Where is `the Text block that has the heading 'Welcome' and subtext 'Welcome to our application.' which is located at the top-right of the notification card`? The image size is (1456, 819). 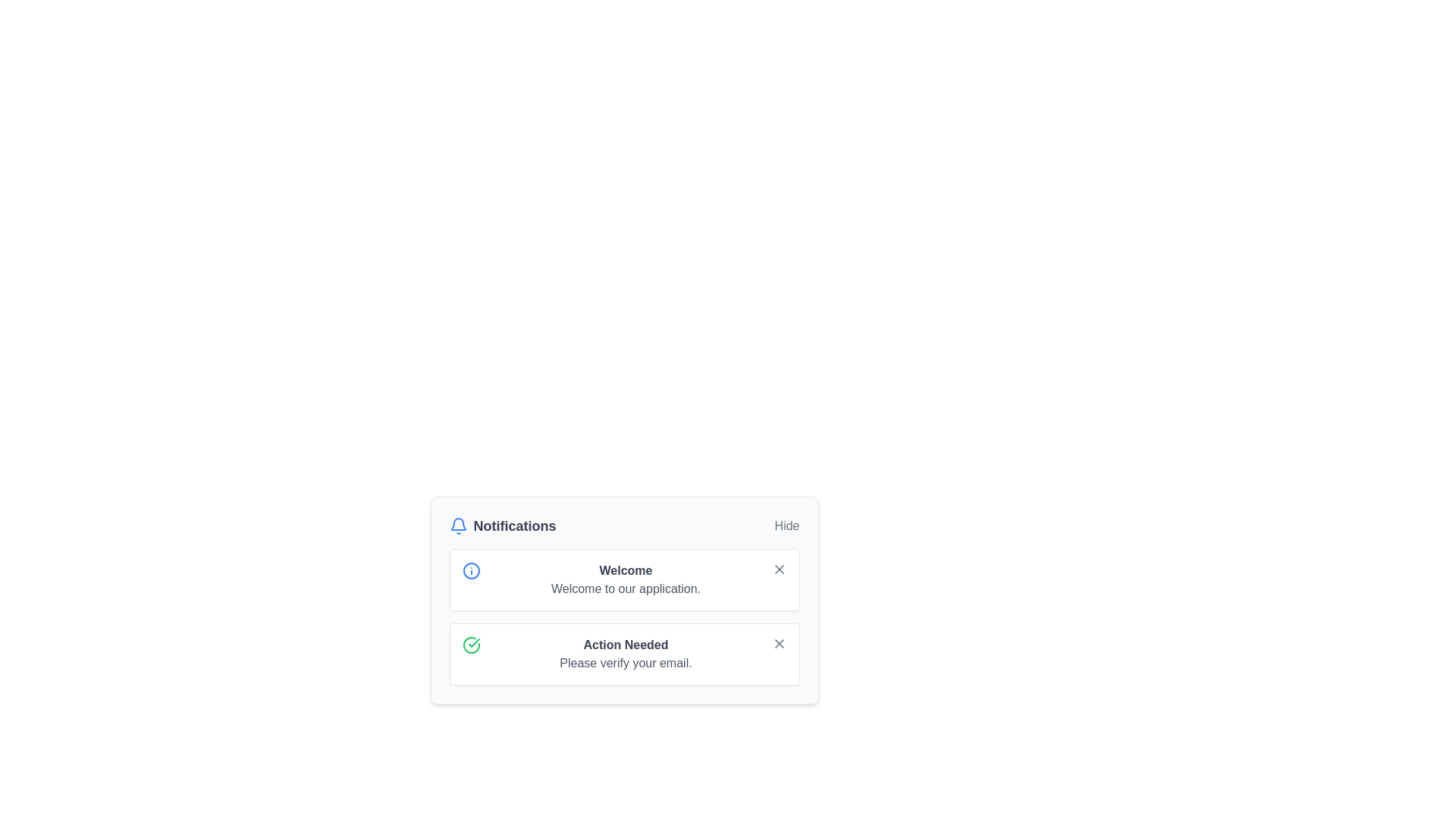
the Text block that has the heading 'Welcome' and subtext 'Welcome to our application.' which is located at the top-right of the notification card is located at coordinates (626, 579).